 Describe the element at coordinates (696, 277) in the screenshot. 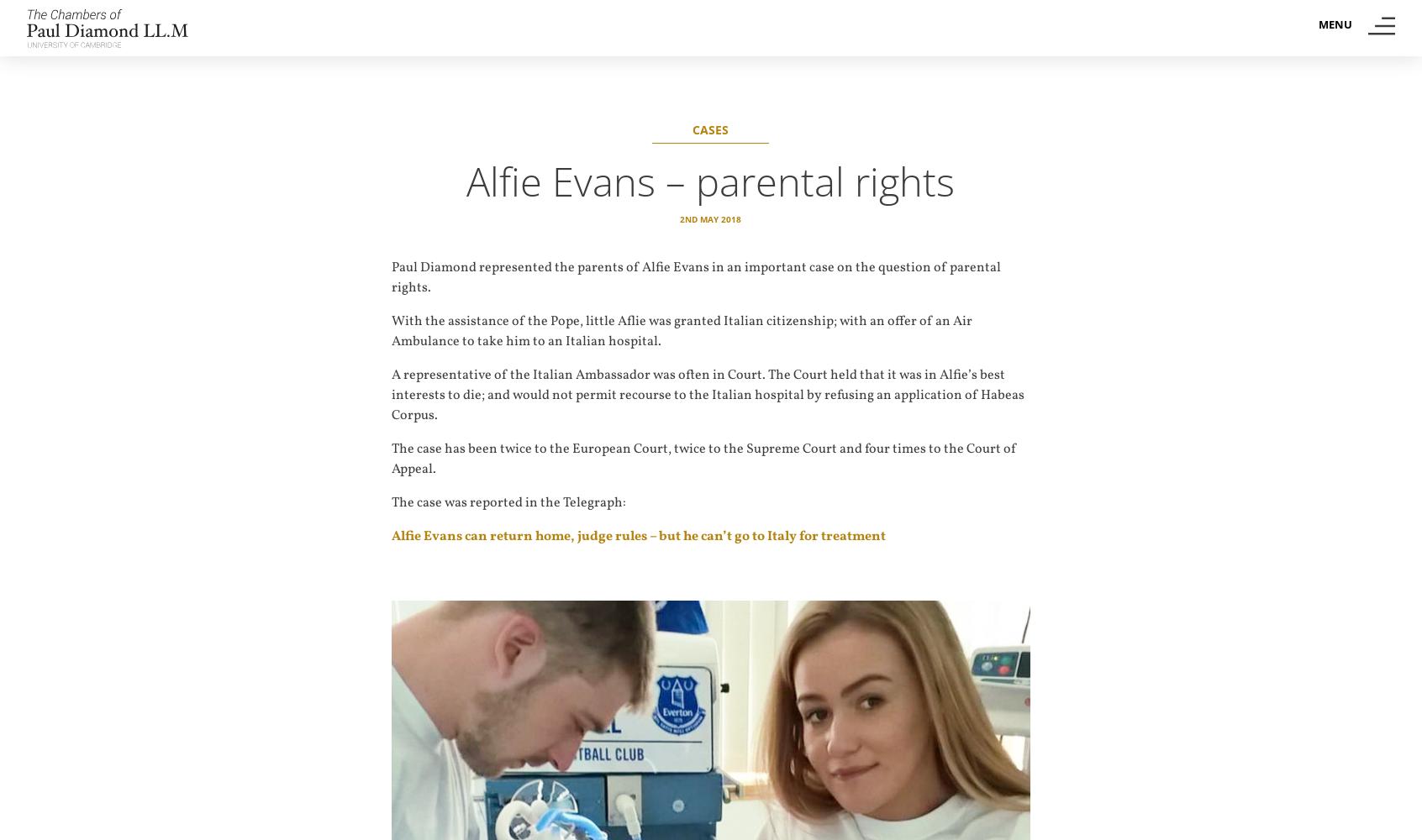

I see `'Paul Diamond represented the parents of Alfie Evans in an important case on the question of parental rights.'` at that location.